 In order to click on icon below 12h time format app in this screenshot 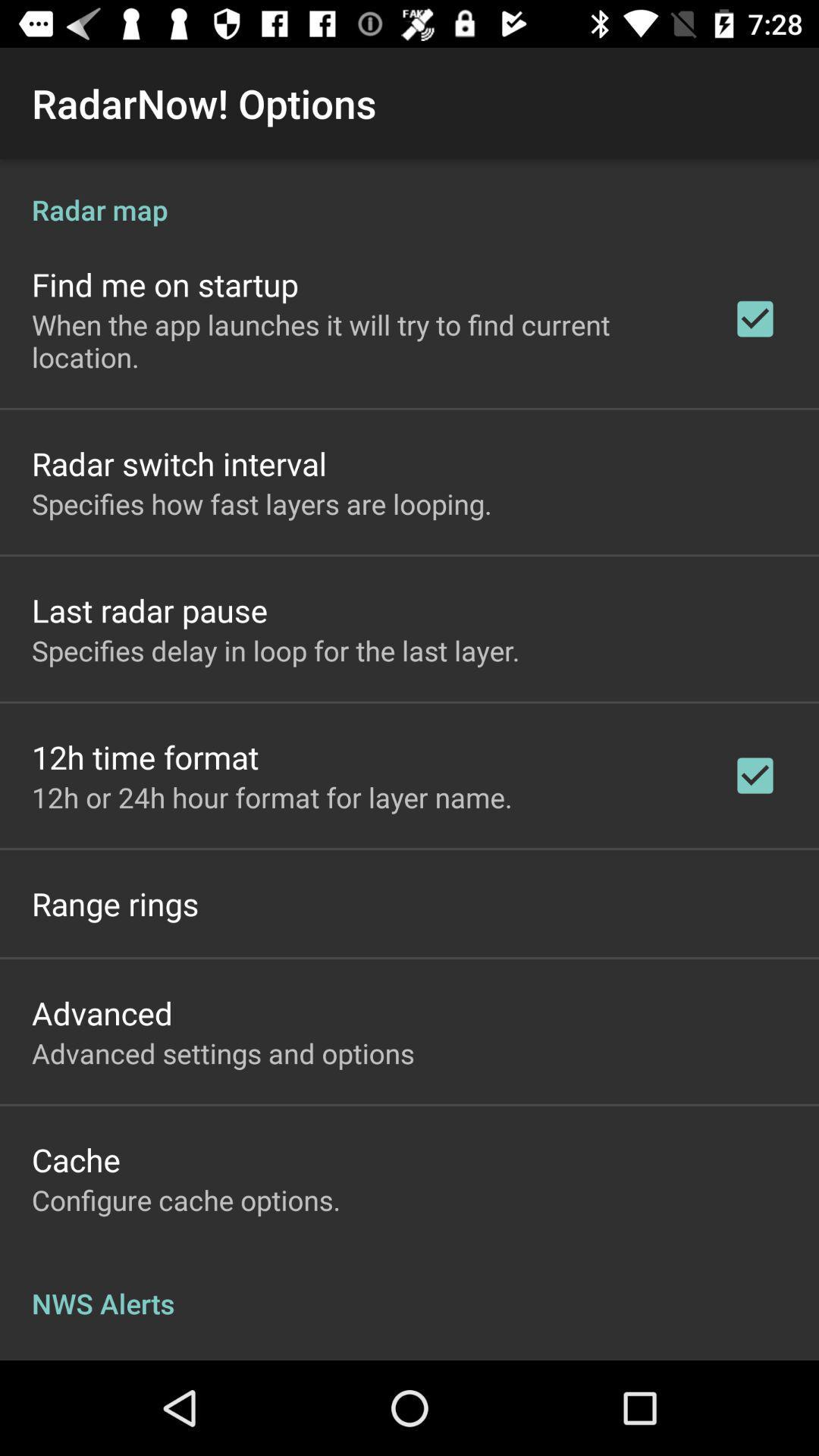, I will do `click(271, 796)`.